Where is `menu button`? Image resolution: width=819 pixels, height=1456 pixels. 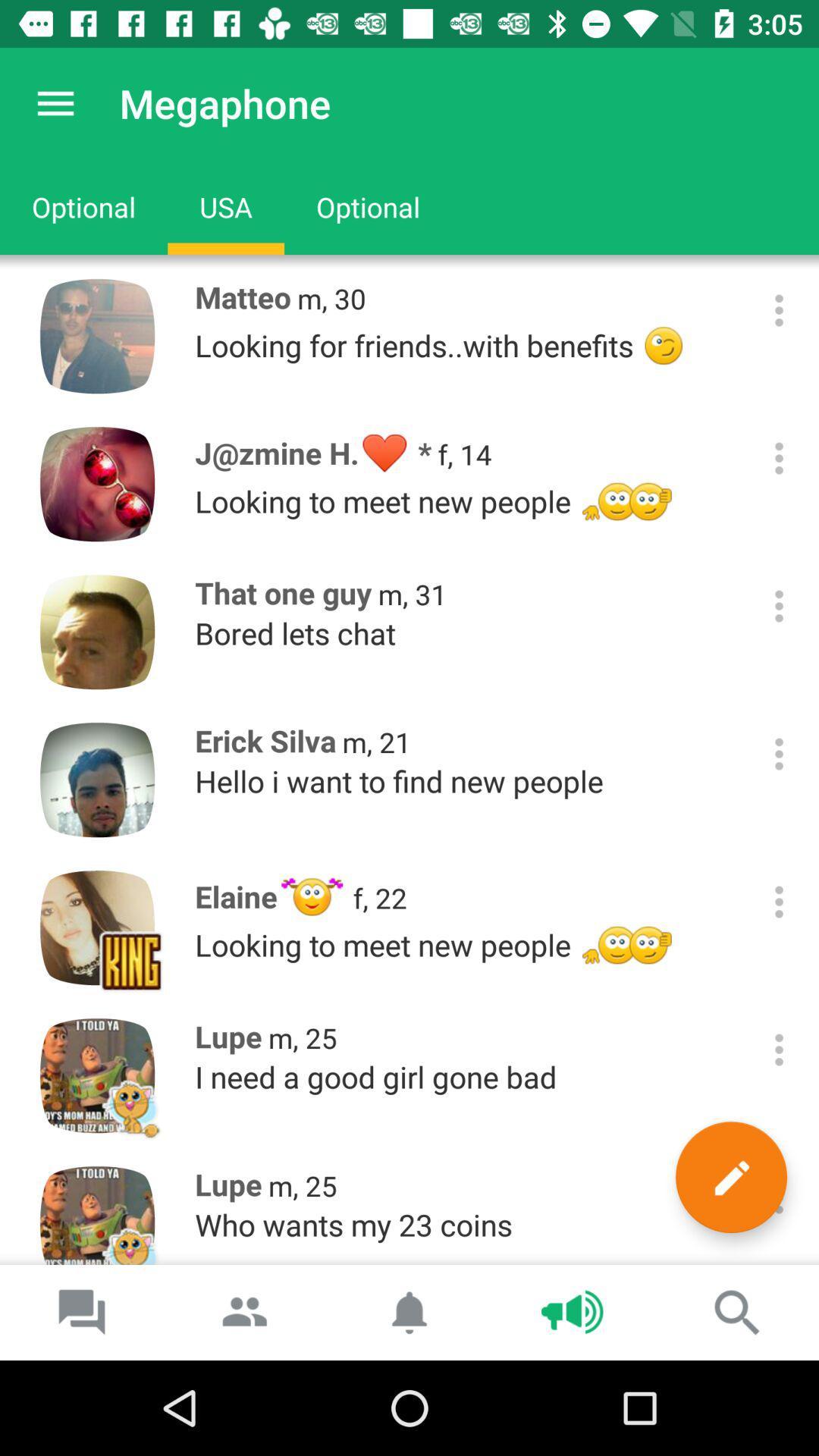
menu button is located at coordinates (779, 1197).